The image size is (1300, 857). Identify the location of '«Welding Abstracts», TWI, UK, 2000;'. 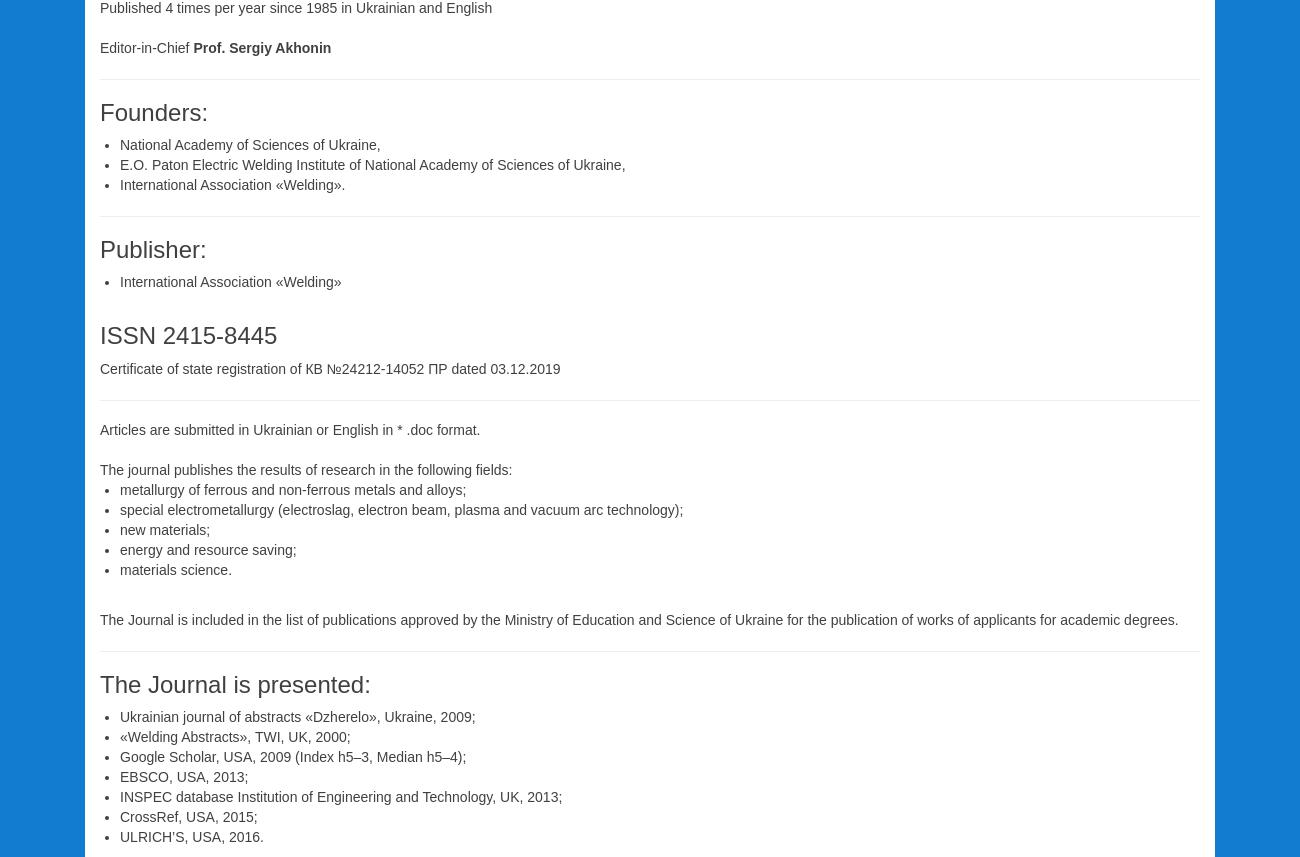
(234, 735).